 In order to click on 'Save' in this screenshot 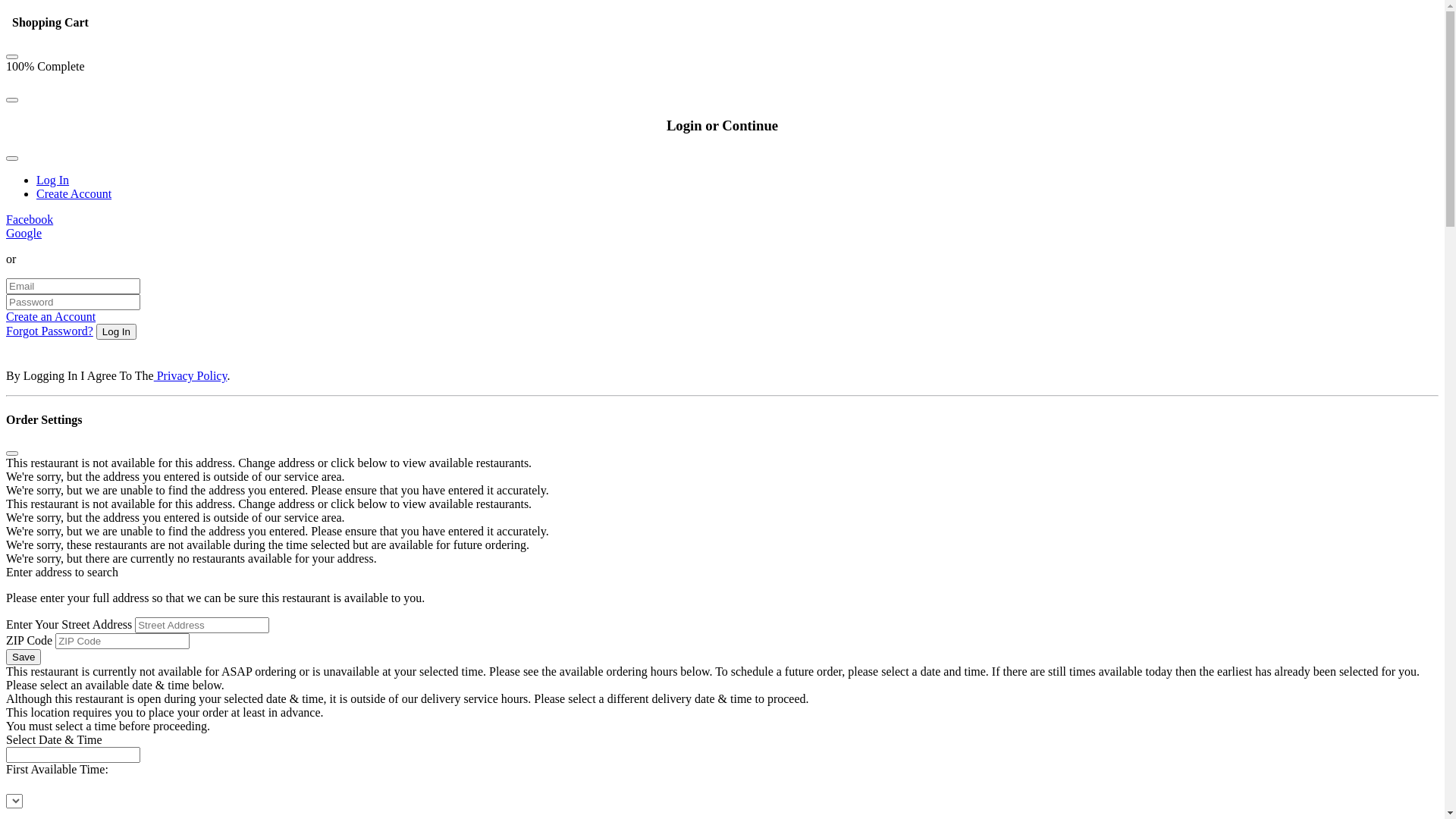, I will do `click(23, 656)`.